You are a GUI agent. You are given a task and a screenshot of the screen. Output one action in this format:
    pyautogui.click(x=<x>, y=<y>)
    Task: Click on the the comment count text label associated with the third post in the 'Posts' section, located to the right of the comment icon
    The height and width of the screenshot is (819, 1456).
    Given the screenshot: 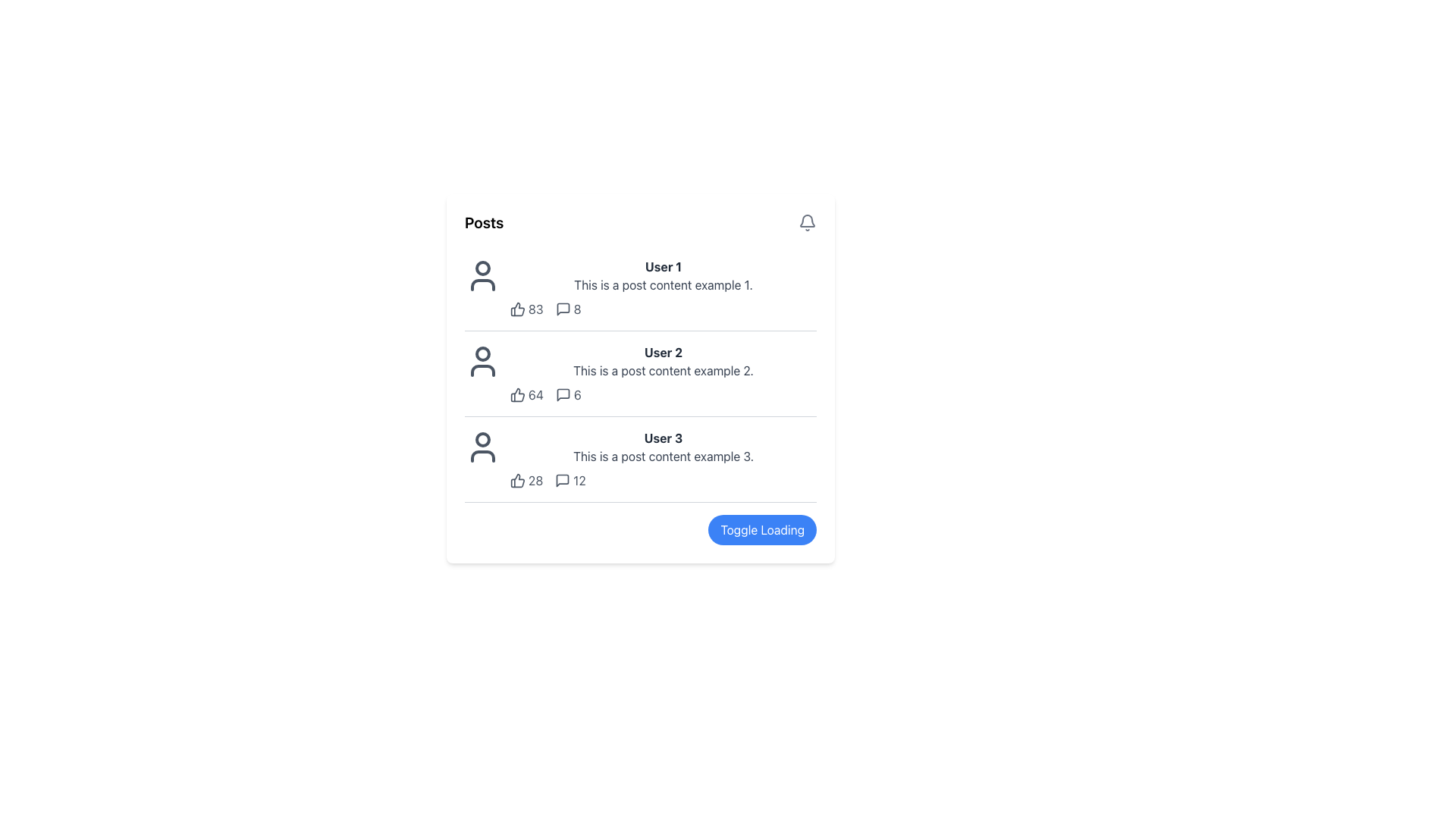 What is the action you would take?
    pyautogui.click(x=579, y=480)
    